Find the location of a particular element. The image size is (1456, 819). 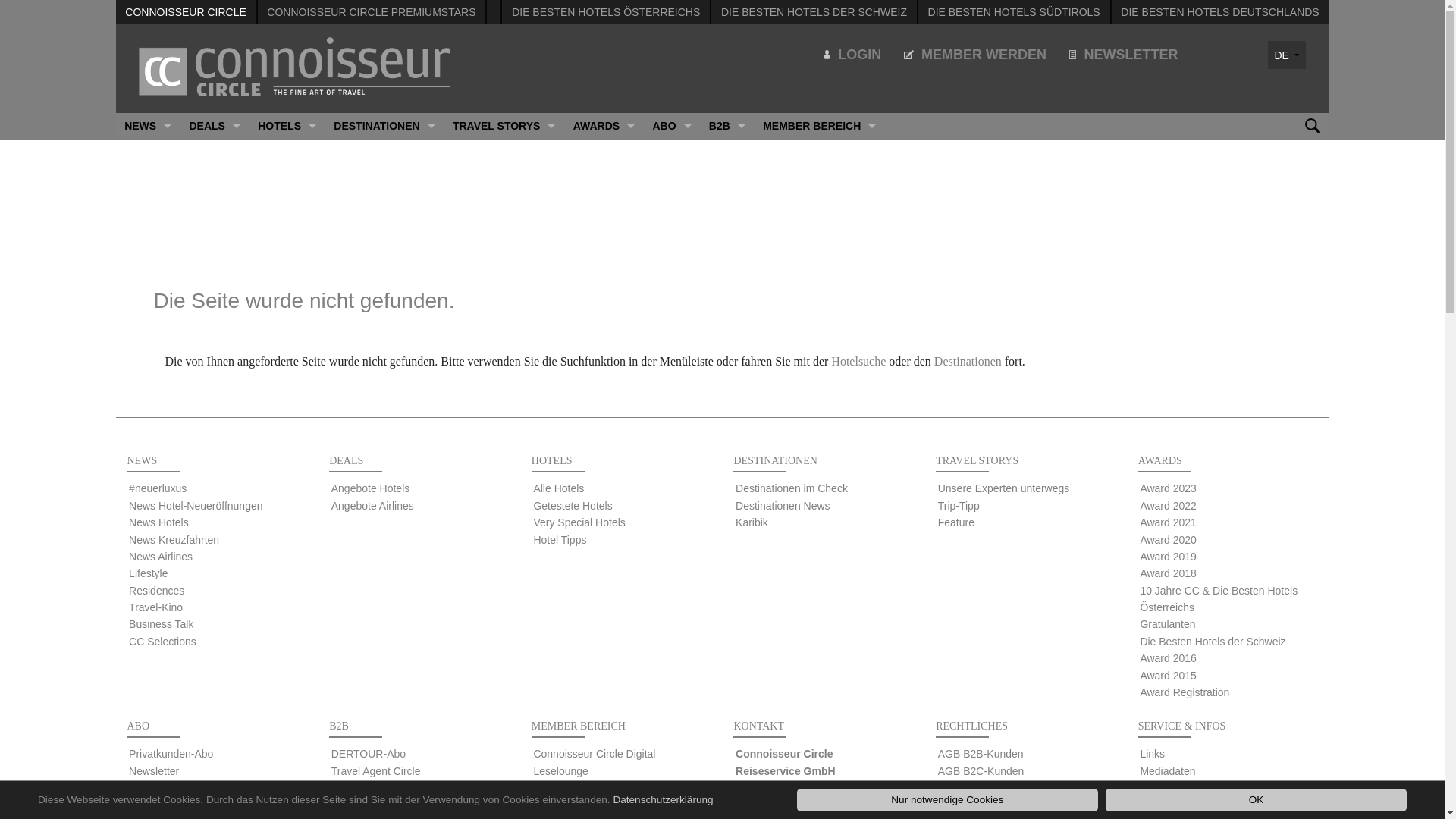

'CC SELECTIONS' is located at coordinates (115, 391).